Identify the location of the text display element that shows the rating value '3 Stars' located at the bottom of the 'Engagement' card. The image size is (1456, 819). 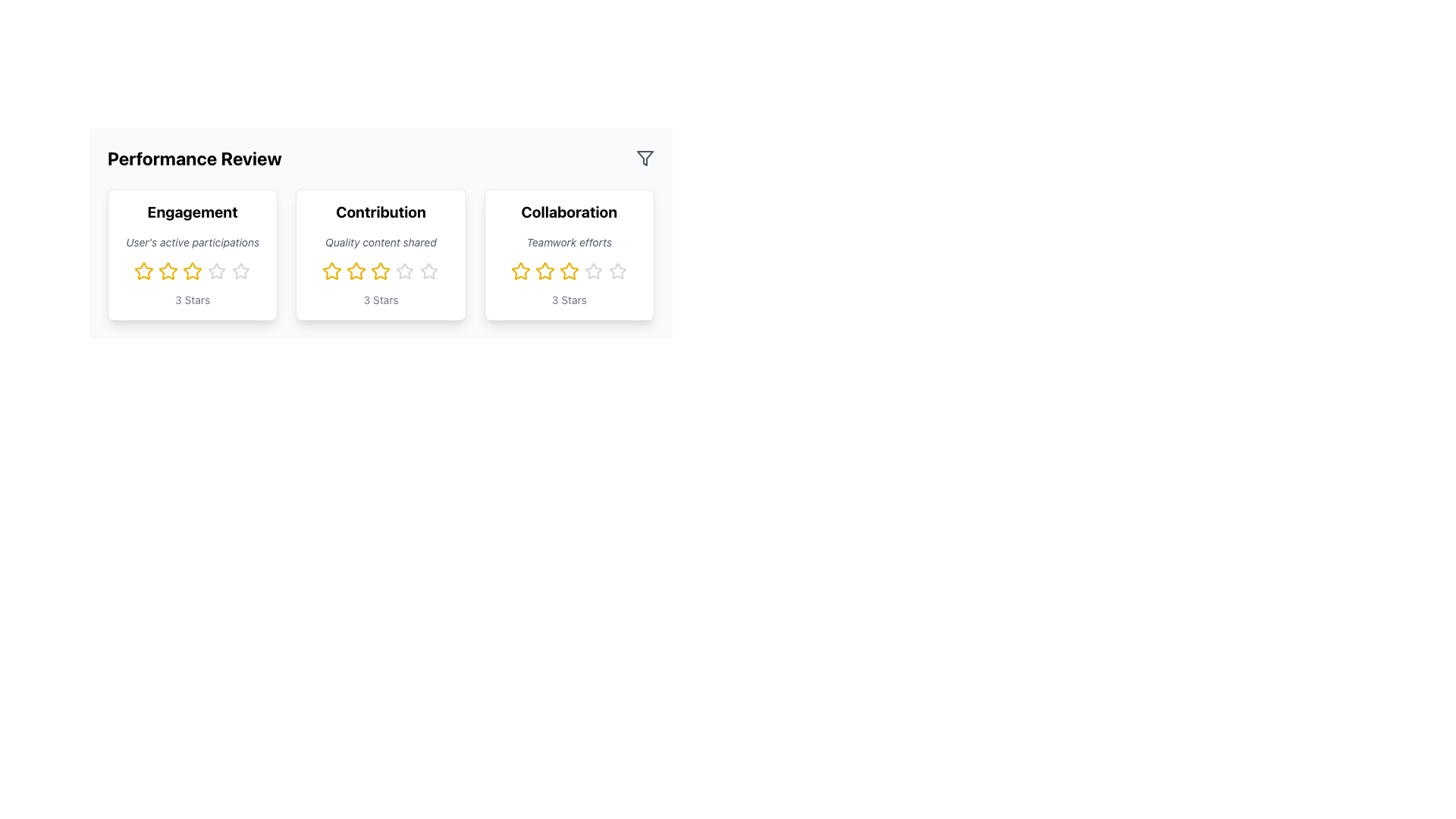
(192, 300).